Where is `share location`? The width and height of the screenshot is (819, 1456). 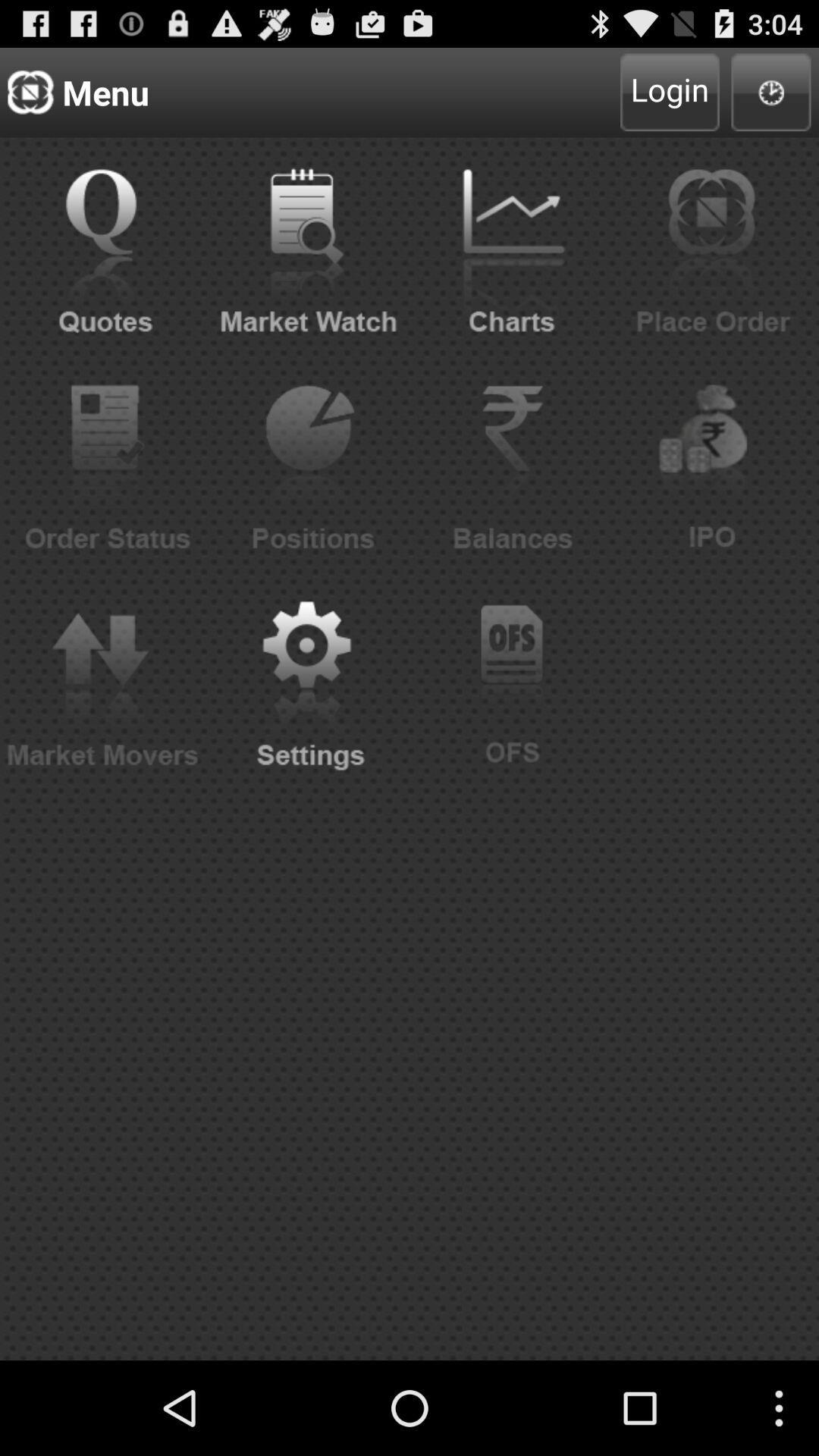
share location is located at coordinates (771, 91).